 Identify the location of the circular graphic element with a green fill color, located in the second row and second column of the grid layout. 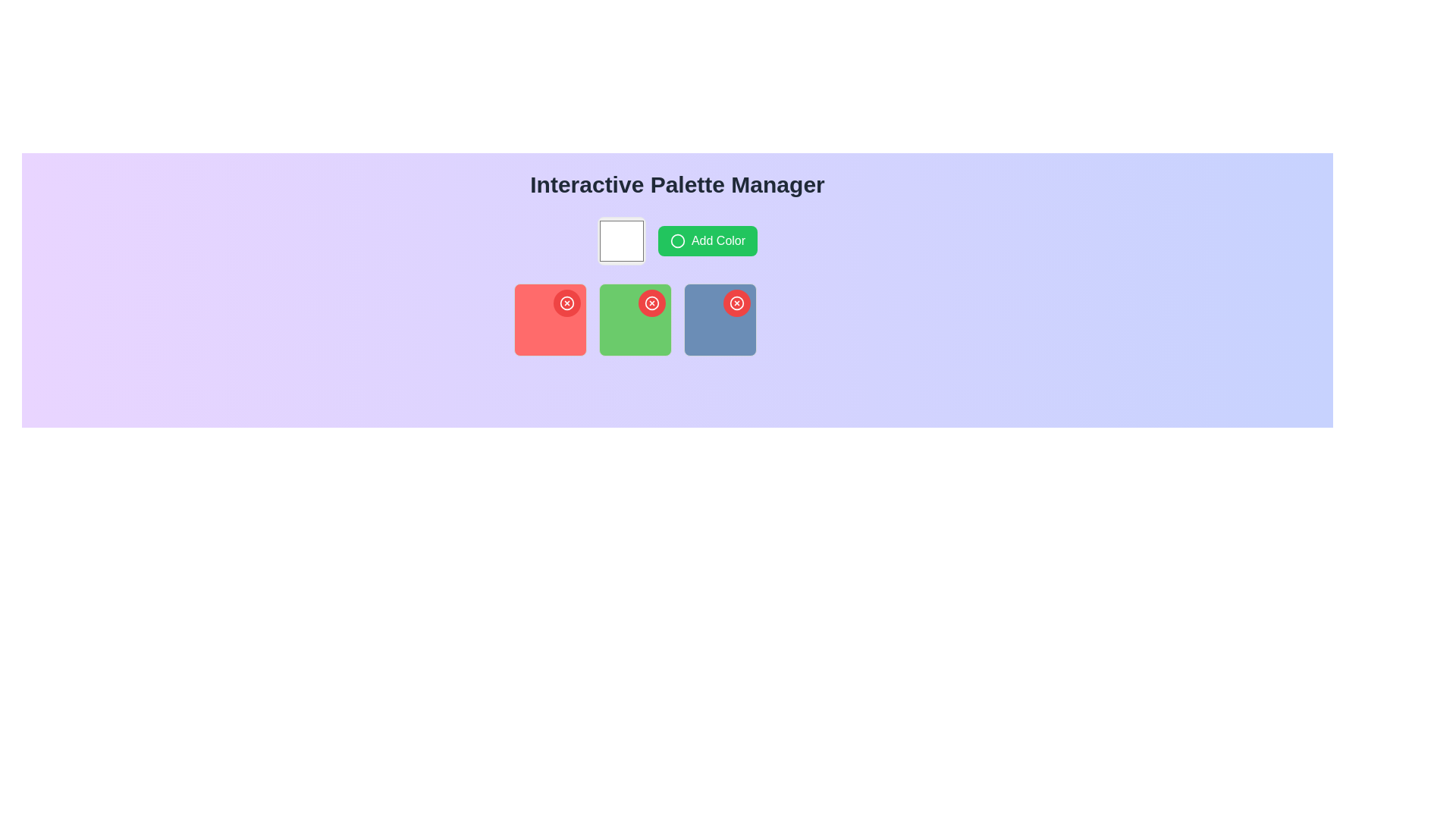
(676, 240).